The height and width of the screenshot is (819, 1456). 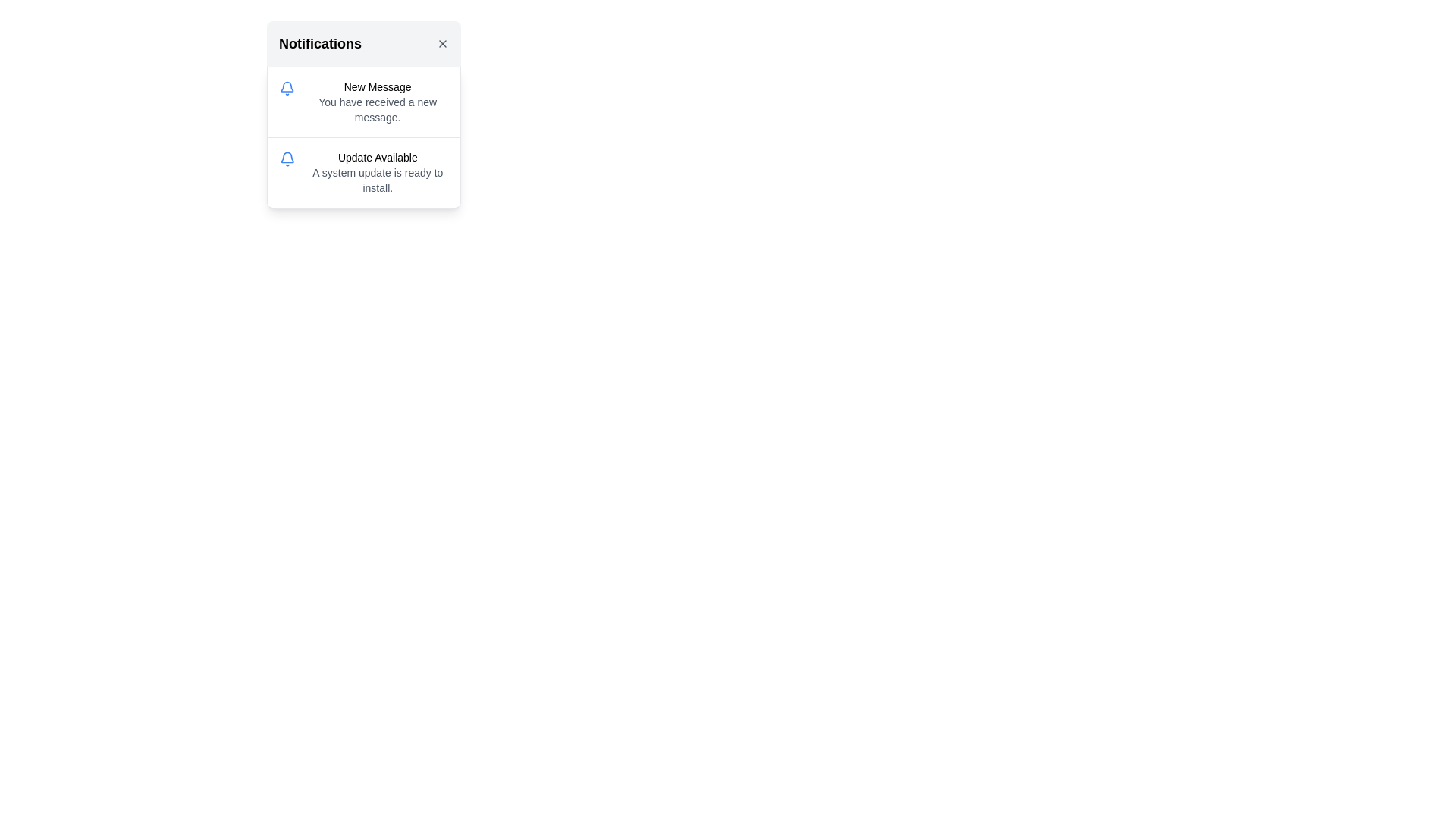 I want to click on the text label that displays 'You have received a new message.' located under the header 'New Message' in the notification box titled 'Notifications.', so click(x=378, y=109).